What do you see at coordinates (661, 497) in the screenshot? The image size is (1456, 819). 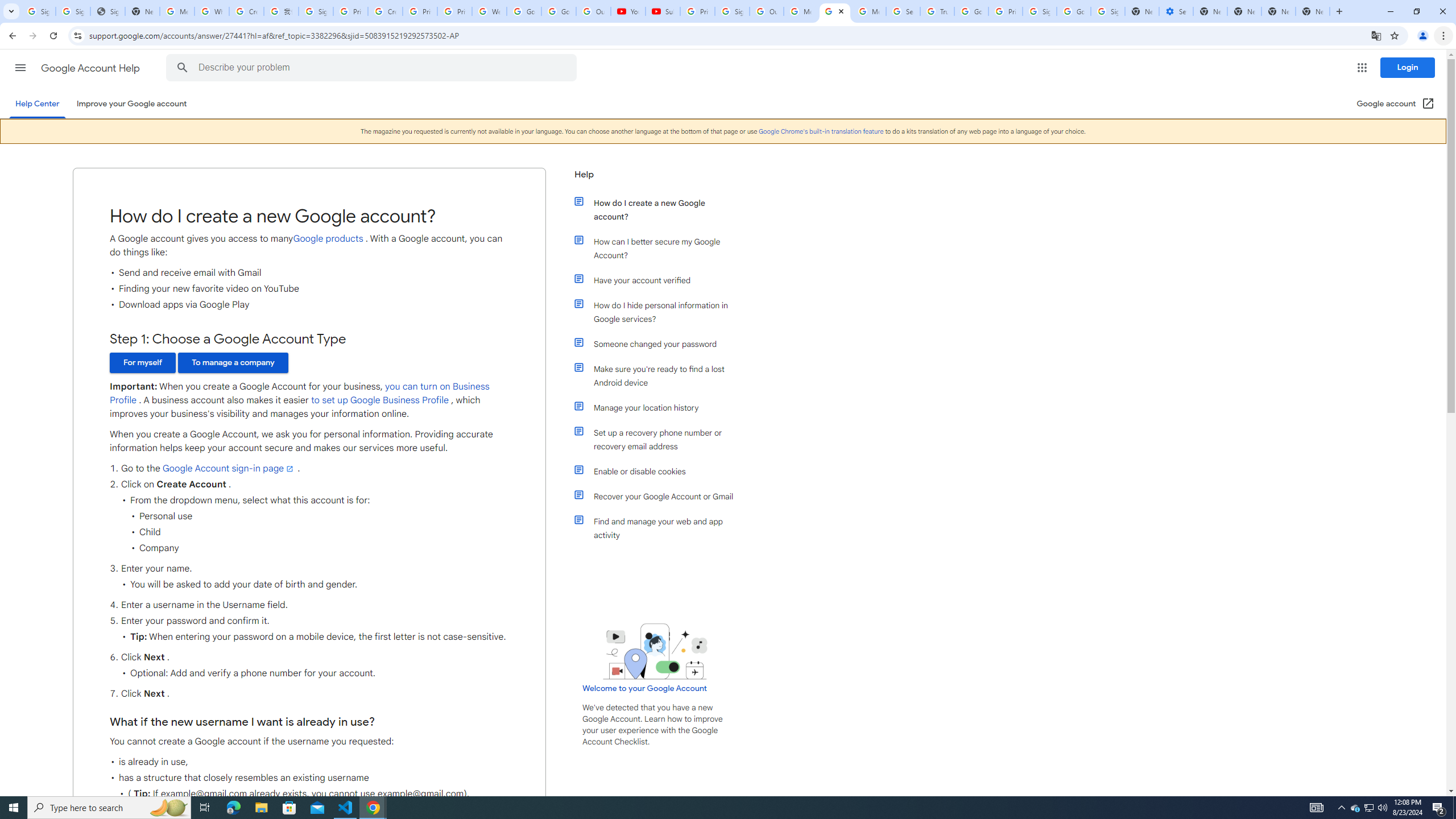 I see `'Recover your Google Account or Gmail'` at bounding box center [661, 497].